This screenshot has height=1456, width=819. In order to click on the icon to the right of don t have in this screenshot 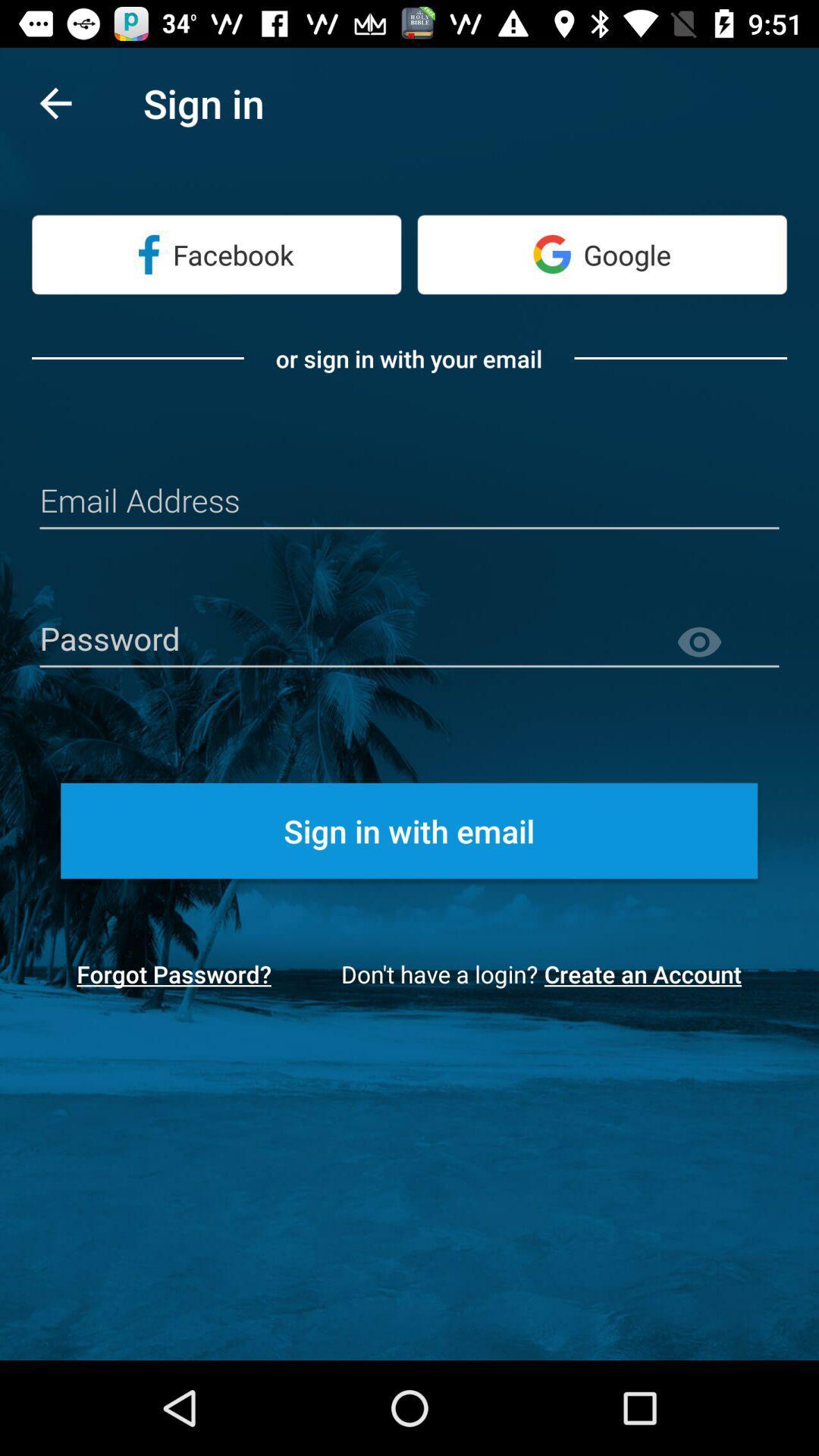, I will do `click(648, 974)`.